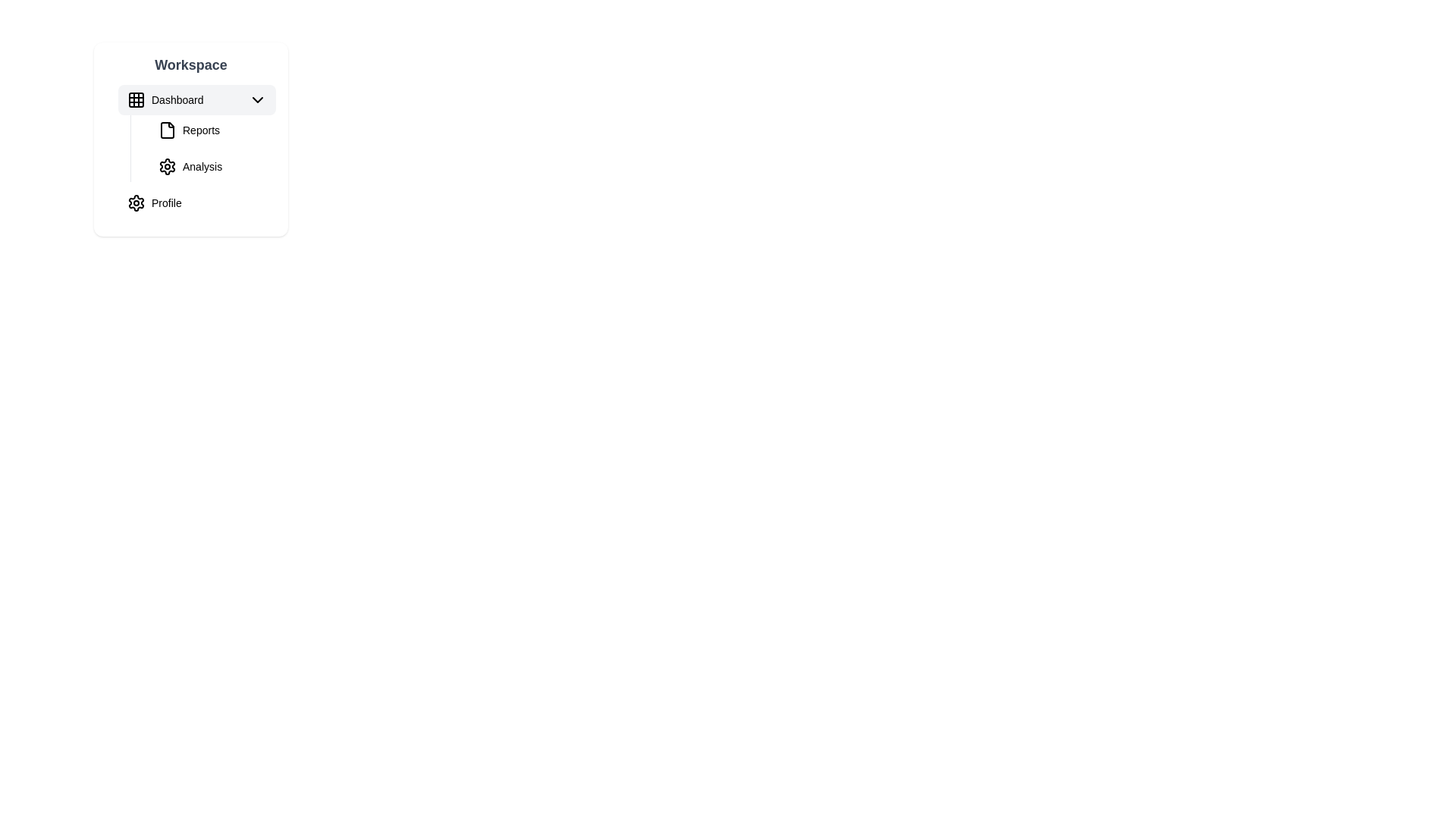  I want to click on the 'Reports' menu item located directly below the 'Dashboard' header in the vertical menu layout, so click(196, 133).